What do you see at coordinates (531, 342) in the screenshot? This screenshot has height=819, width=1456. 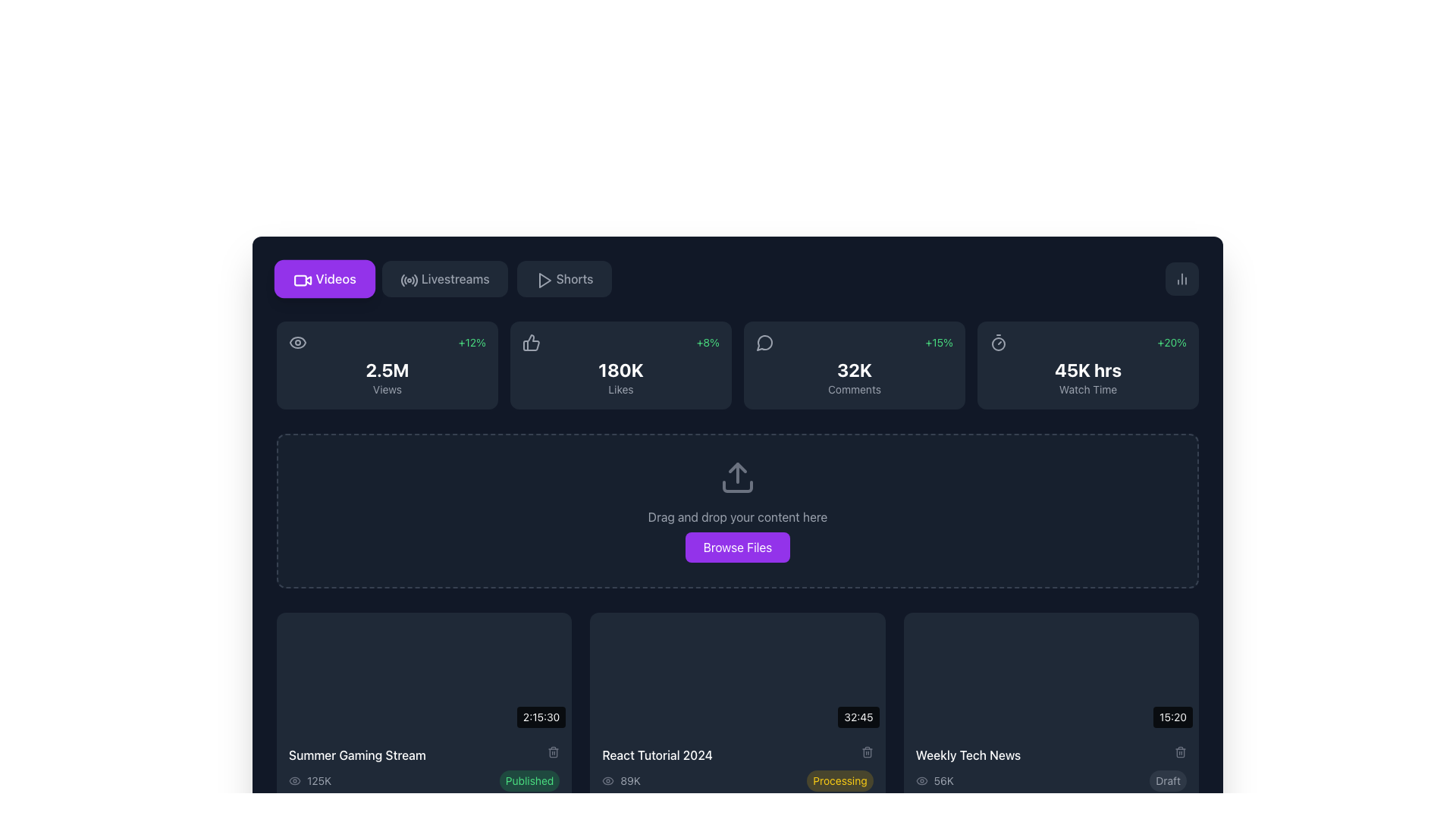 I see `the 'thumbs-up' SVG icon styled in gray color, located within the card labeled '180K Likes', positioned to the left of the text '+8%'` at bounding box center [531, 342].